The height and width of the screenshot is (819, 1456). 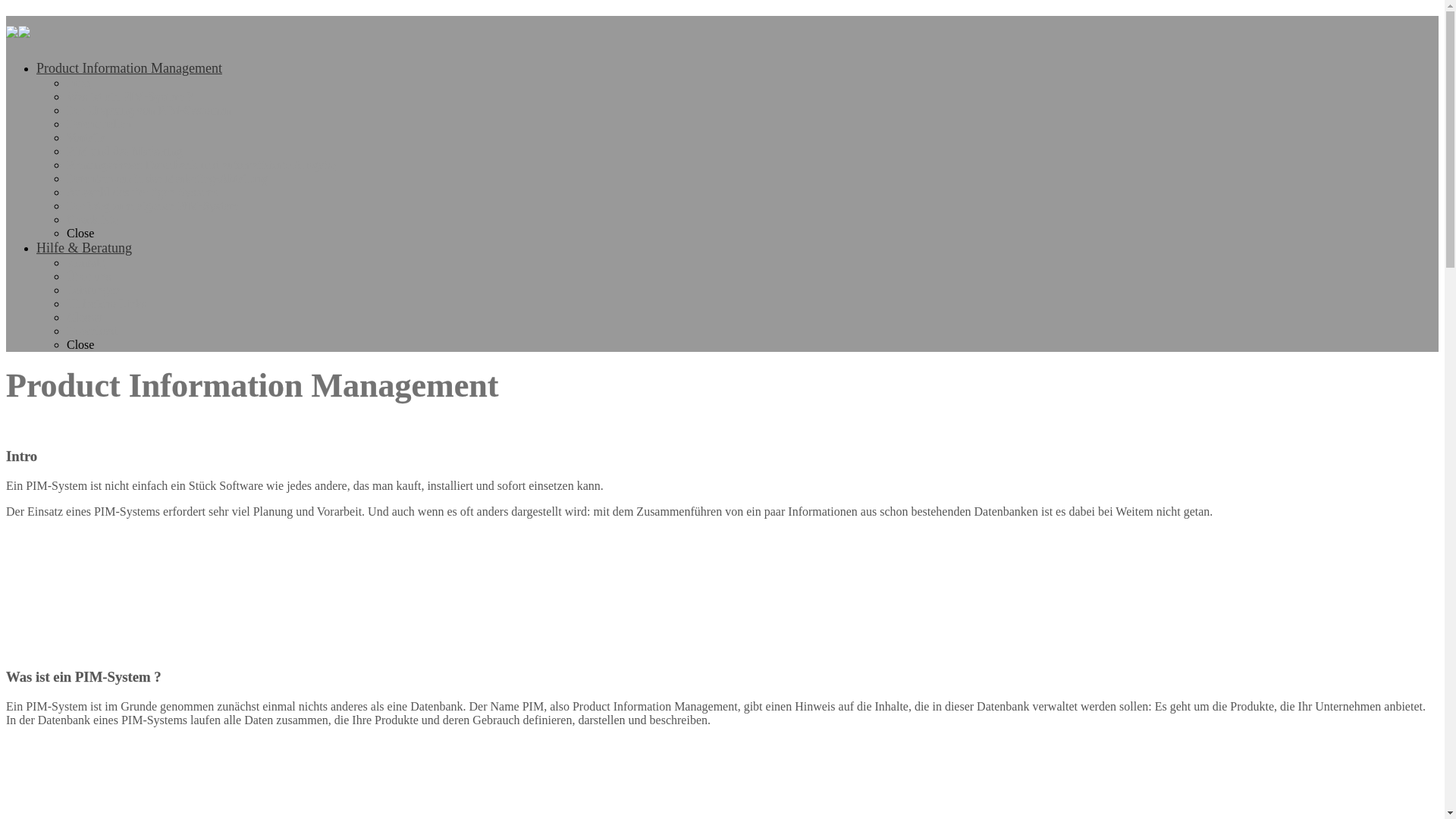 I want to click on 'Der Weg zum eigenen PIM-System', so click(x=152, y=206).